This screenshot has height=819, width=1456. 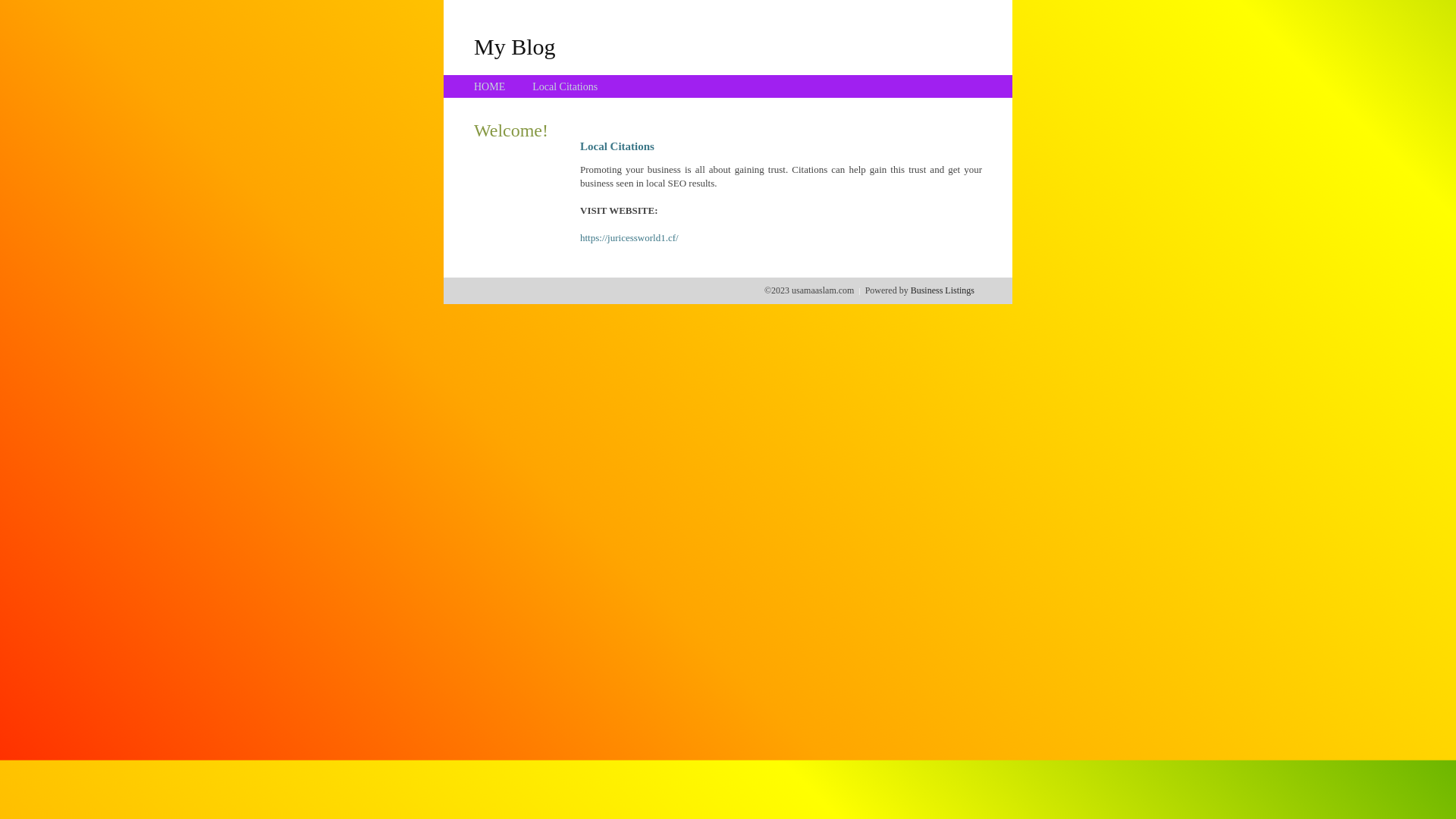 I want to click on 'My Blog', so click(x=472, y=45).